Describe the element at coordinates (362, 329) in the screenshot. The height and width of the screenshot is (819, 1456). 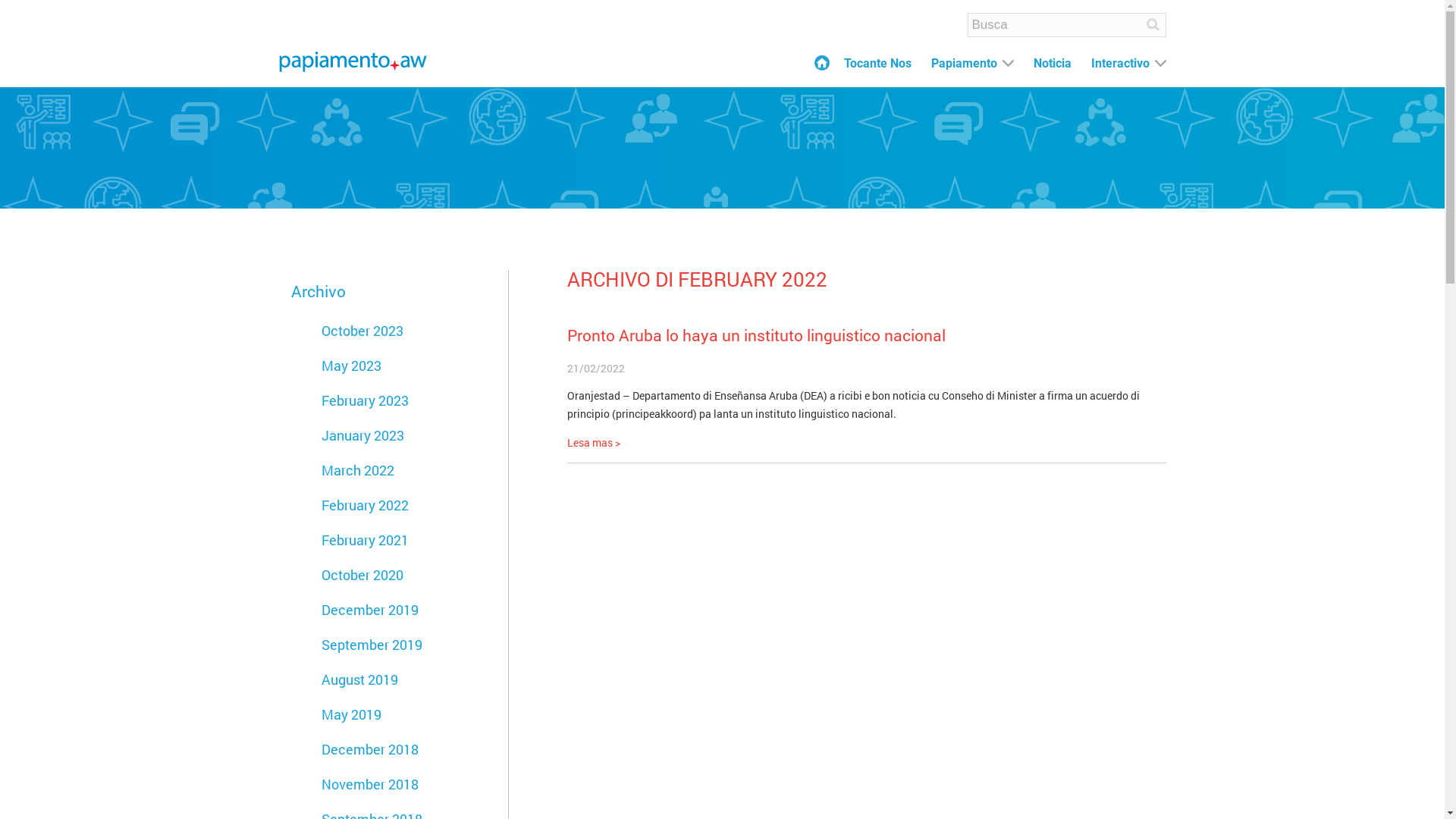
I see `'October 2023'` at that location.